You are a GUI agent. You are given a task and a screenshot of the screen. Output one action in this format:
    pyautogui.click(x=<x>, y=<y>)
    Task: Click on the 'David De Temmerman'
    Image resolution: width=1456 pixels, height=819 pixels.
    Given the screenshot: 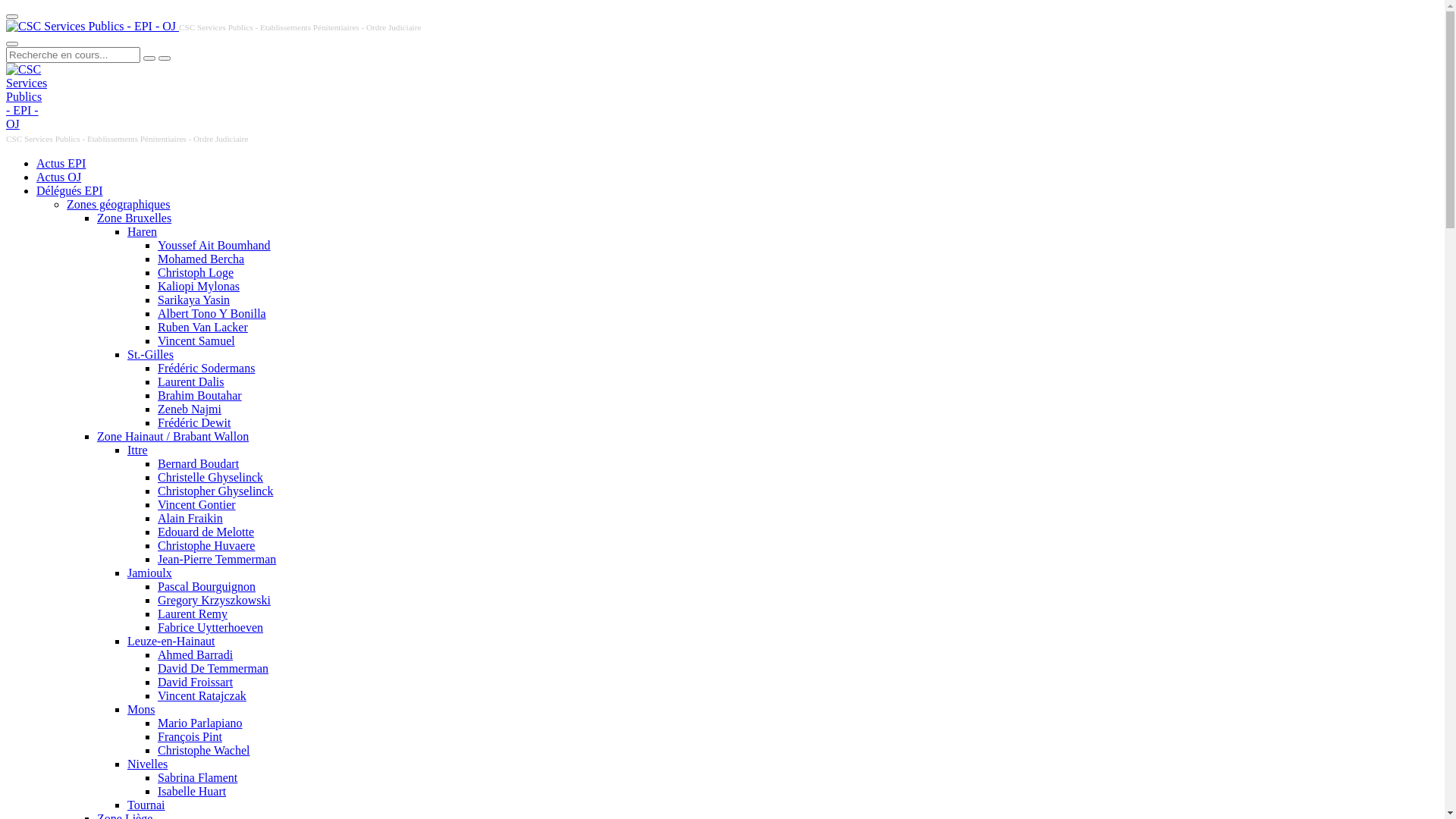 What is the action you would take?
    pyautogui.click(x=212, y=667)
    